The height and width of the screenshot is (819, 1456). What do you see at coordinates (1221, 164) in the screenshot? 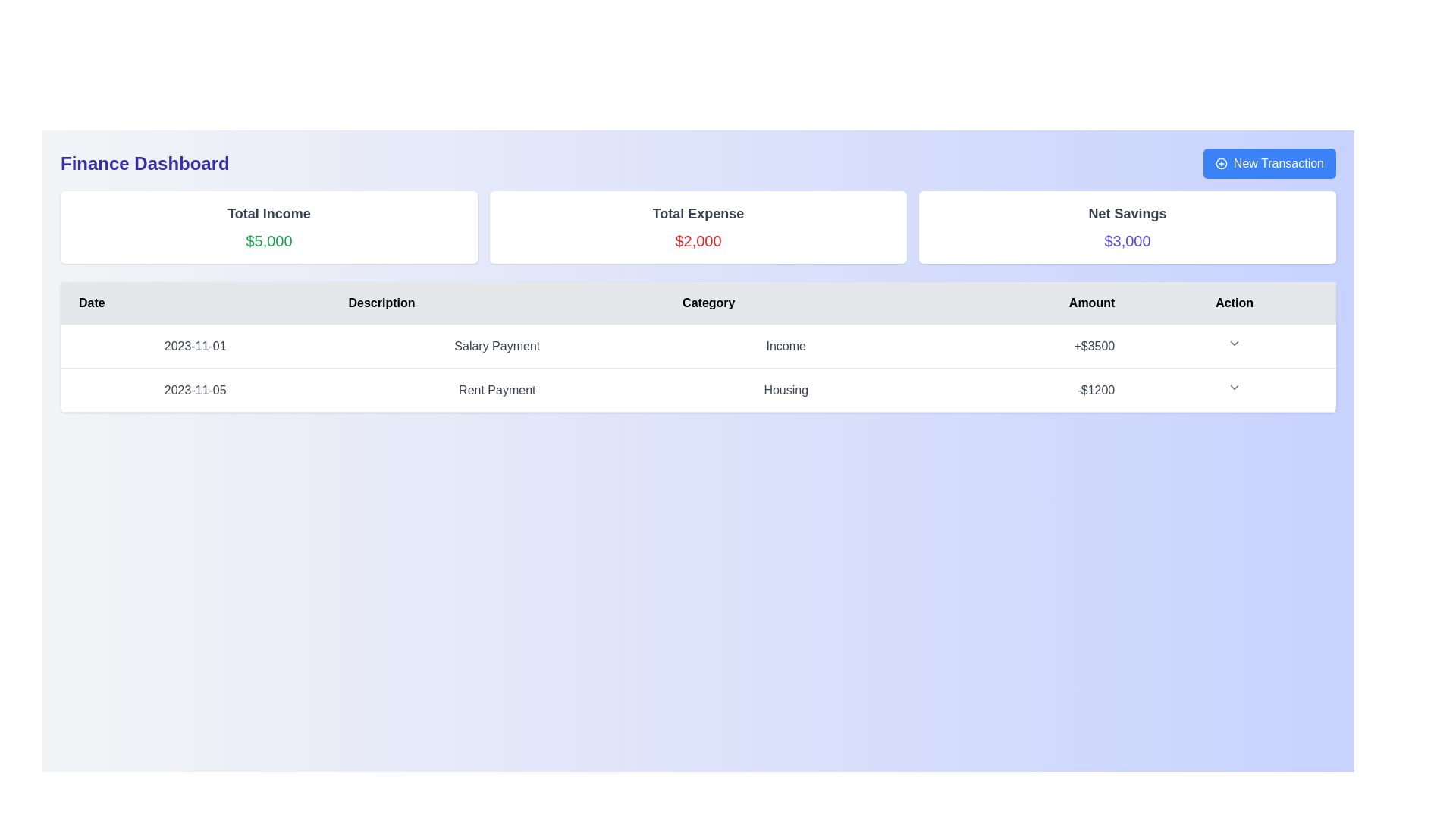
I see `the graphical icon representing the 'New Transaction' button, which is located at the top-right corner of the interface` at bounding box center [1221, 164].